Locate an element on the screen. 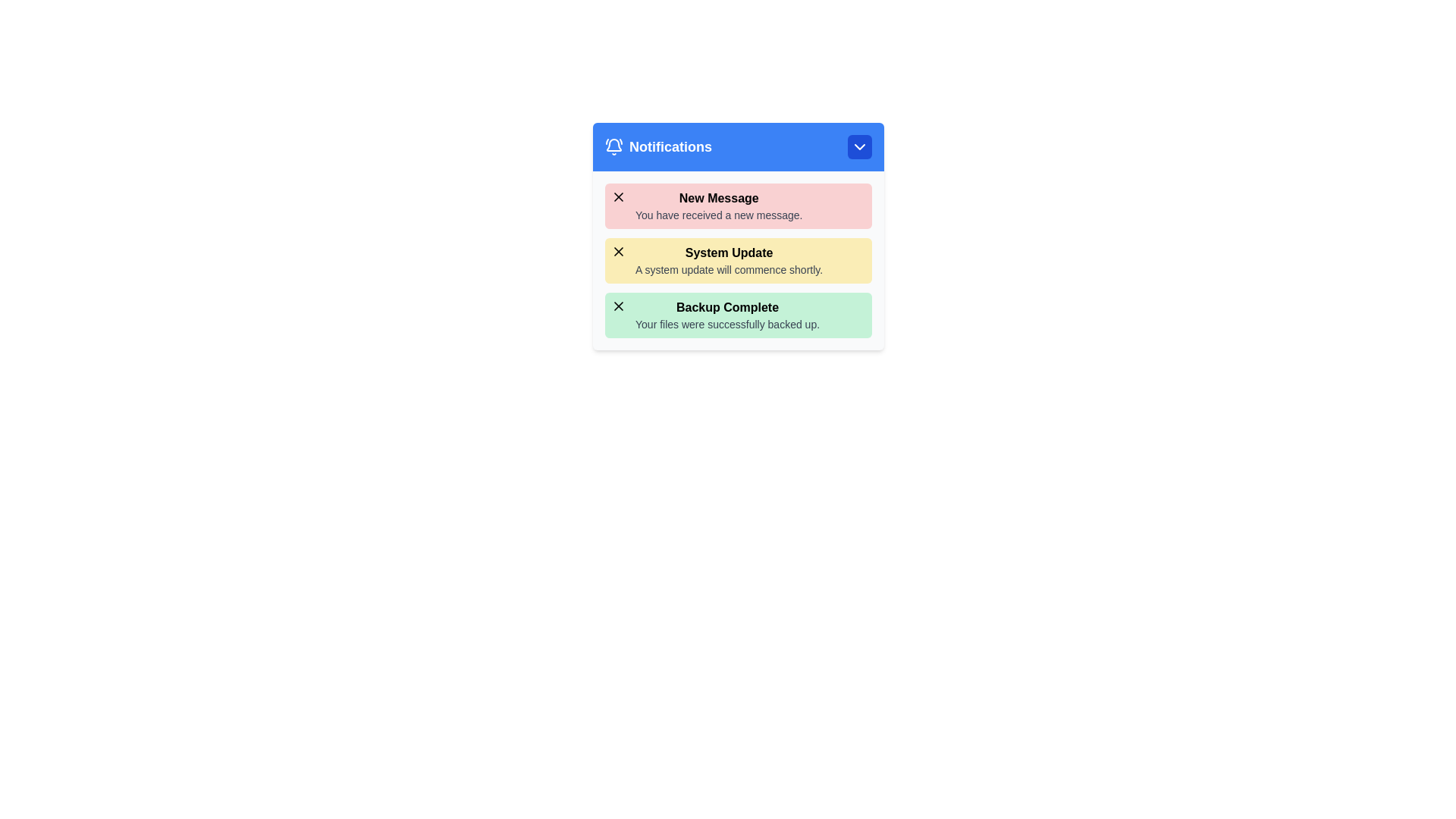 This screenshot has width=1456, height=819. the second text component within the notification block that confirms files were successfully backed up, located below the 'Backup Complete' bold text is located at coordinates (726, 324).